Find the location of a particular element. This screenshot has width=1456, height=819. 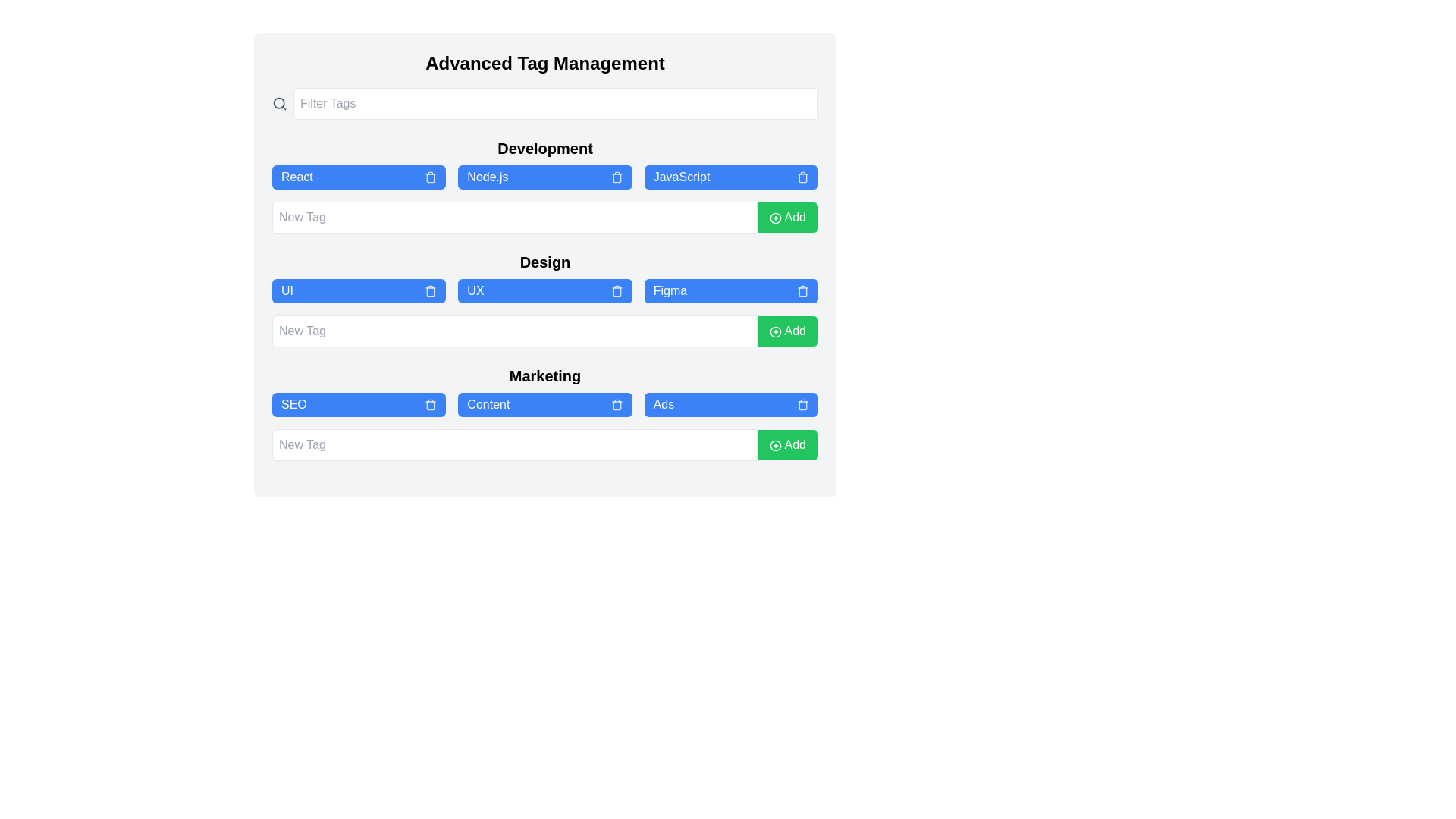

the 'UI' button, which is the first button in the 'Design' section of the grid layout, positioned above the 'Marketing' section and to the left of the 'UX' and 'Figma' buttons is located at coordinates (358, 291).